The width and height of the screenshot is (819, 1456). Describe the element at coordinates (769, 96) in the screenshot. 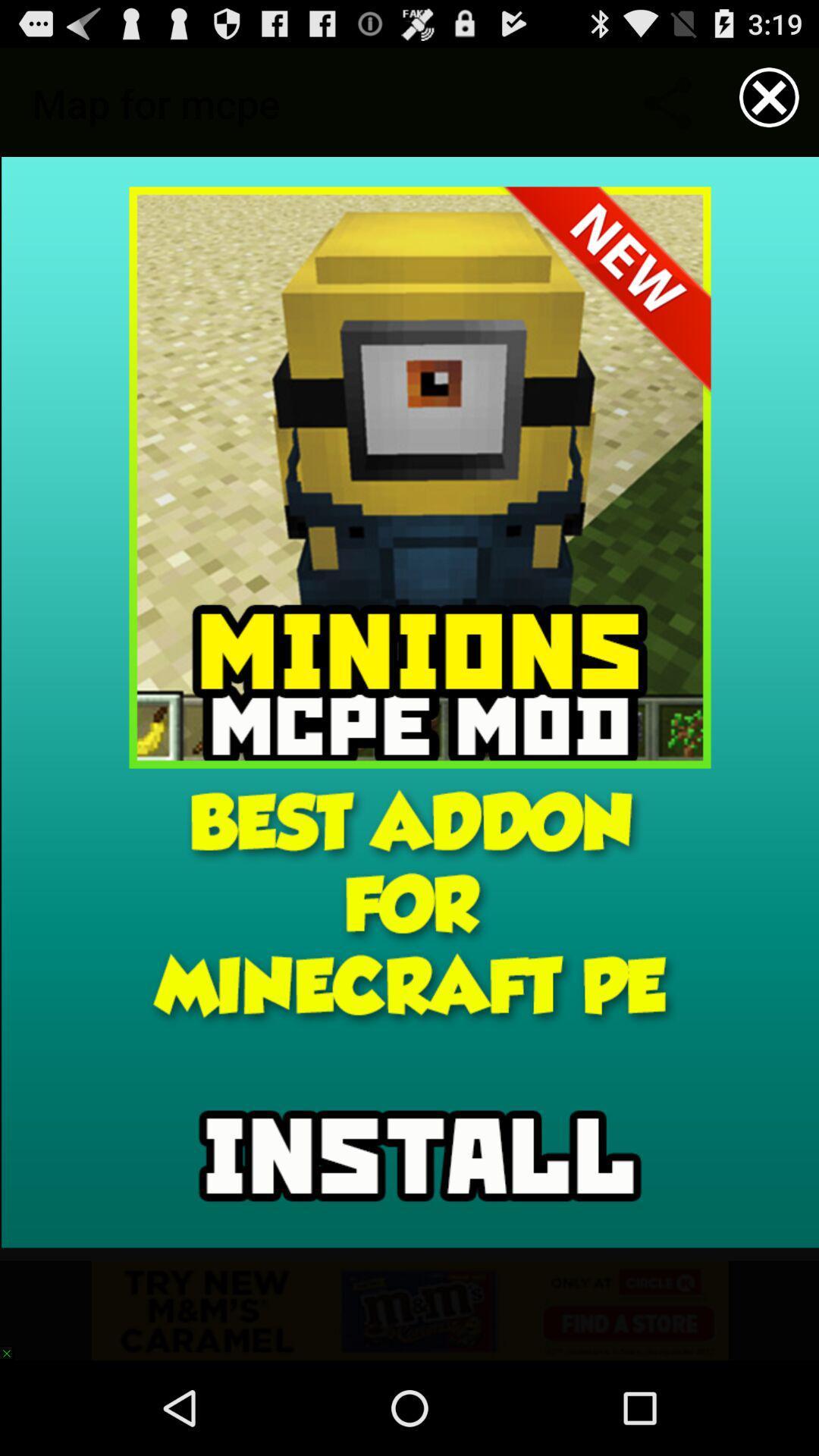

I see `the icon at the top right corner` at that location.